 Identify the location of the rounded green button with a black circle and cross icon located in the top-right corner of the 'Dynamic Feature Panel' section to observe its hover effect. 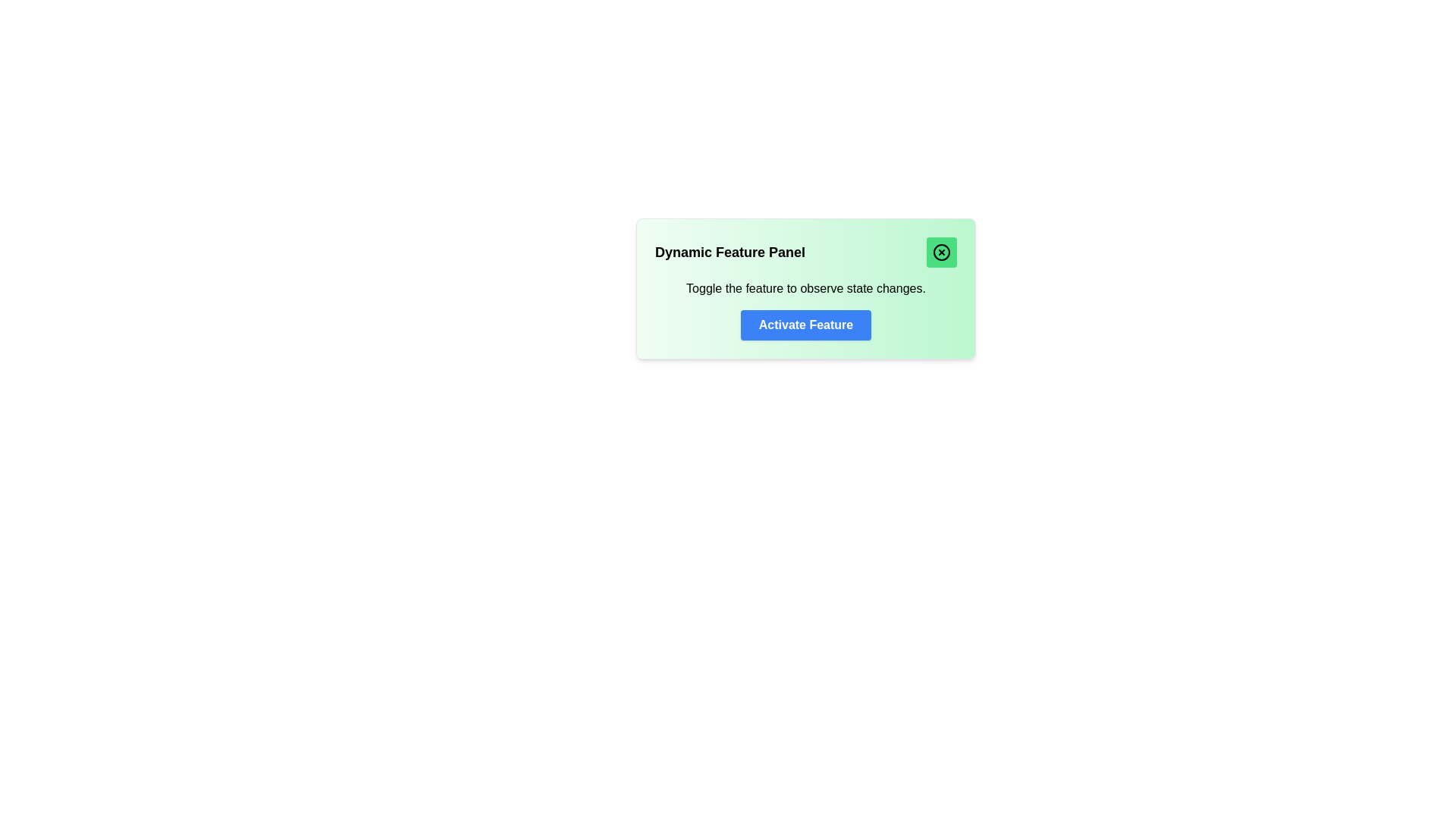
(941, 251).